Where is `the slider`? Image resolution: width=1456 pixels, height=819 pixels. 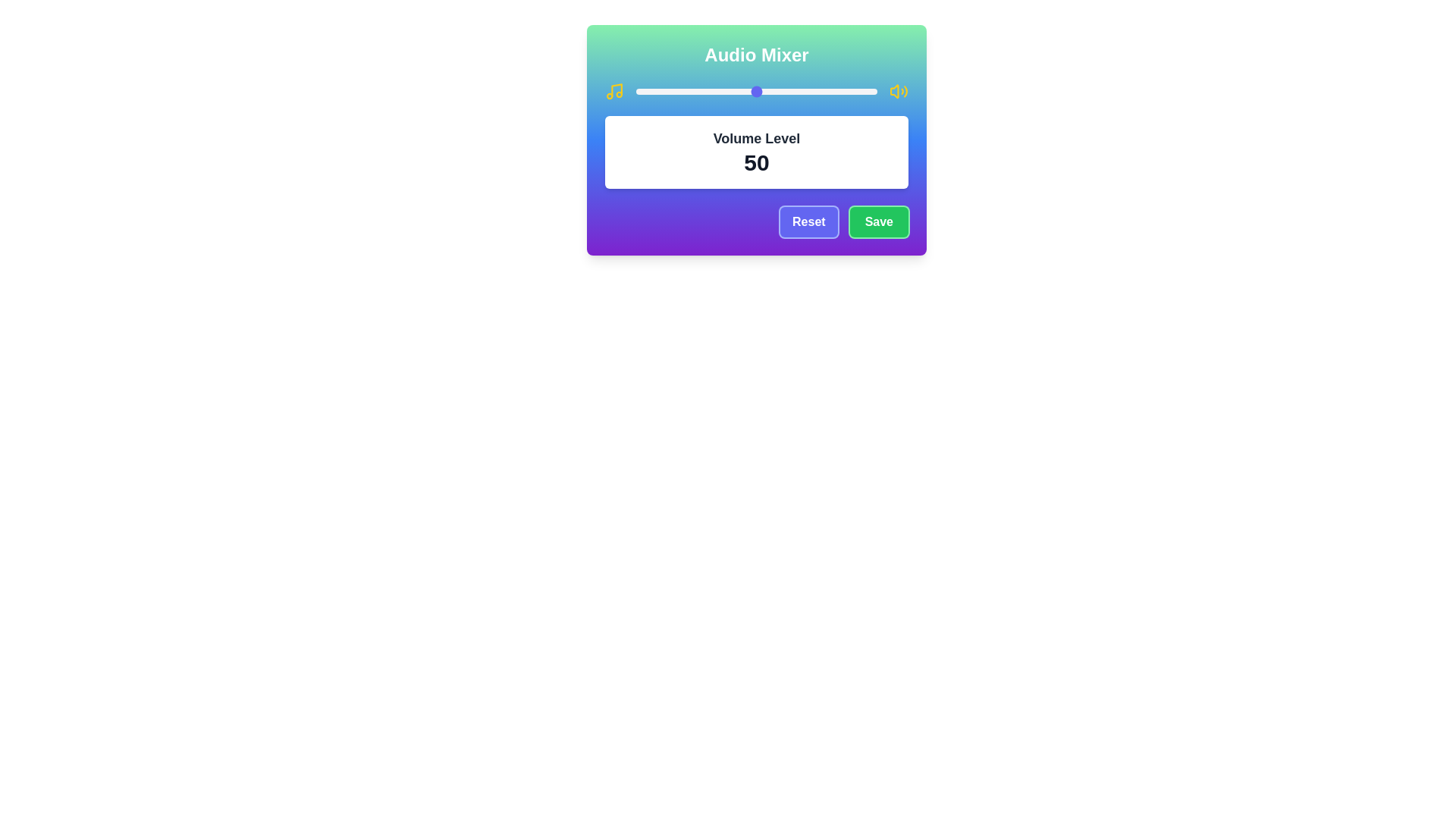 the slider is located at coordinates (648, 91).